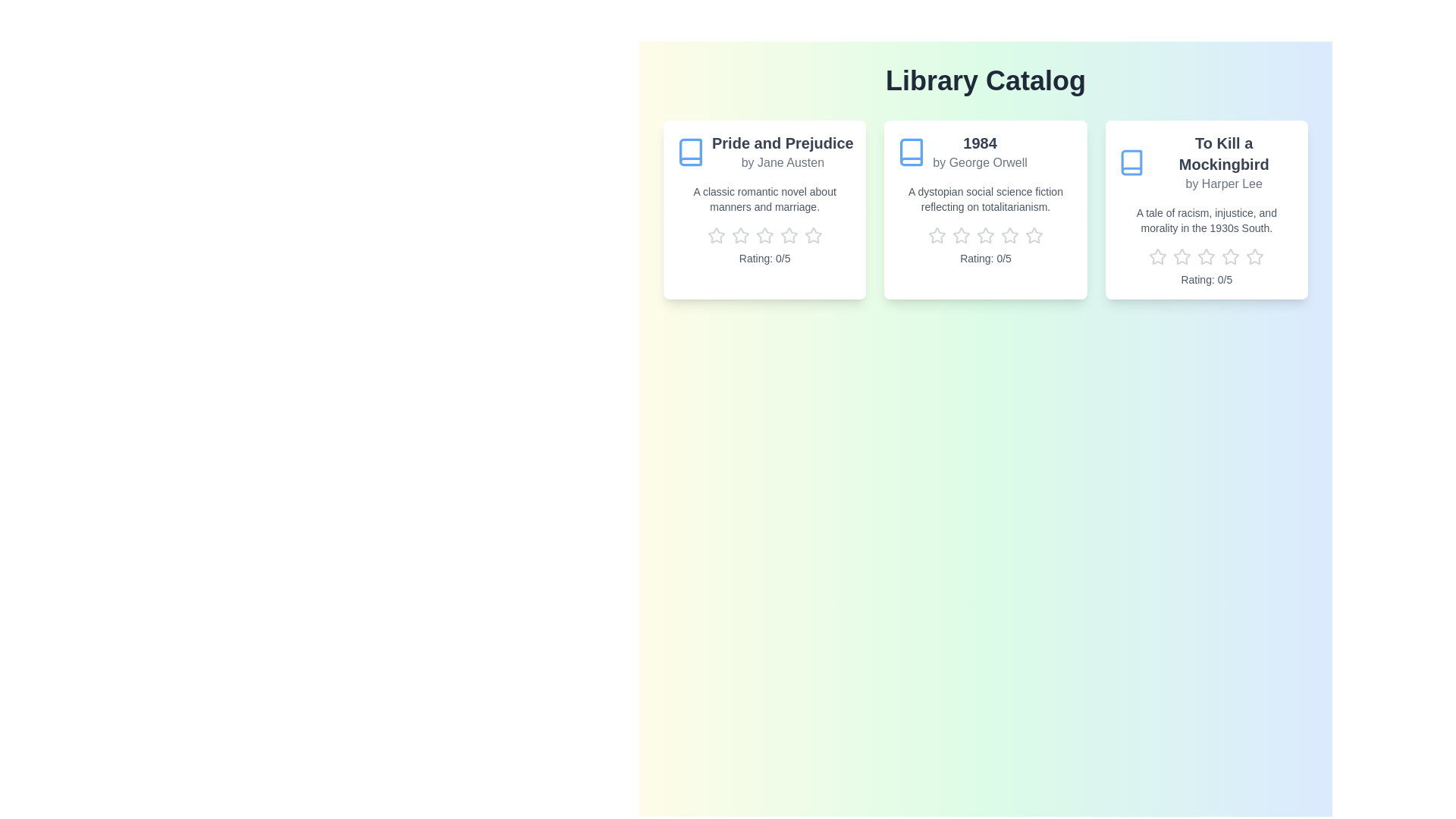 This screenshot has height=819, width=1456. Describe the element at coordinates (1009, 236) in the screenshot. I see `the rating of the book '1984' to 4 stars by clicking the corresponding star` at that location.